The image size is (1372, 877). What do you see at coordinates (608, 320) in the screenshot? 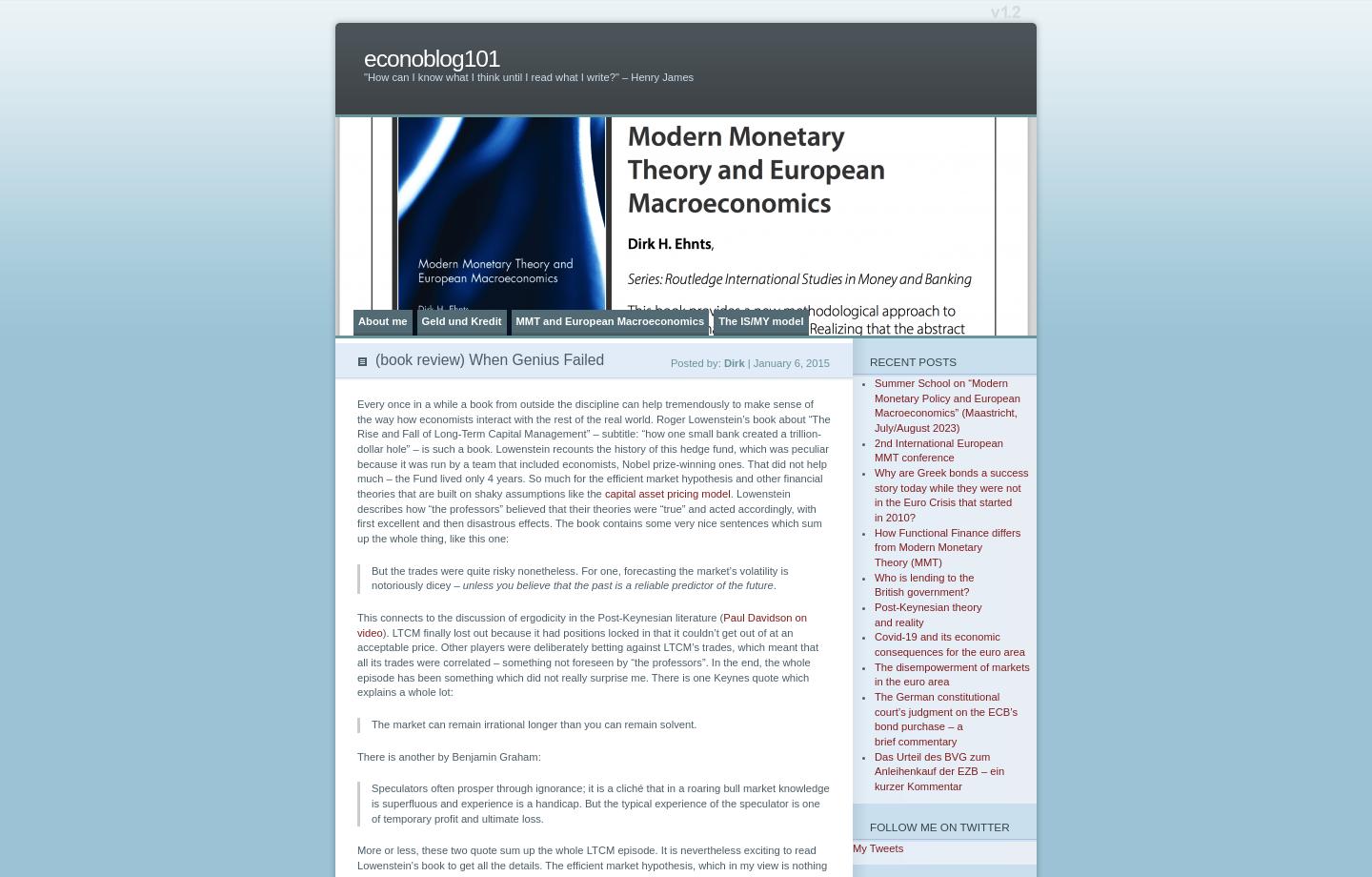
I see `'MMT and European Macroeconomics'` at bounding box center [608, 320].